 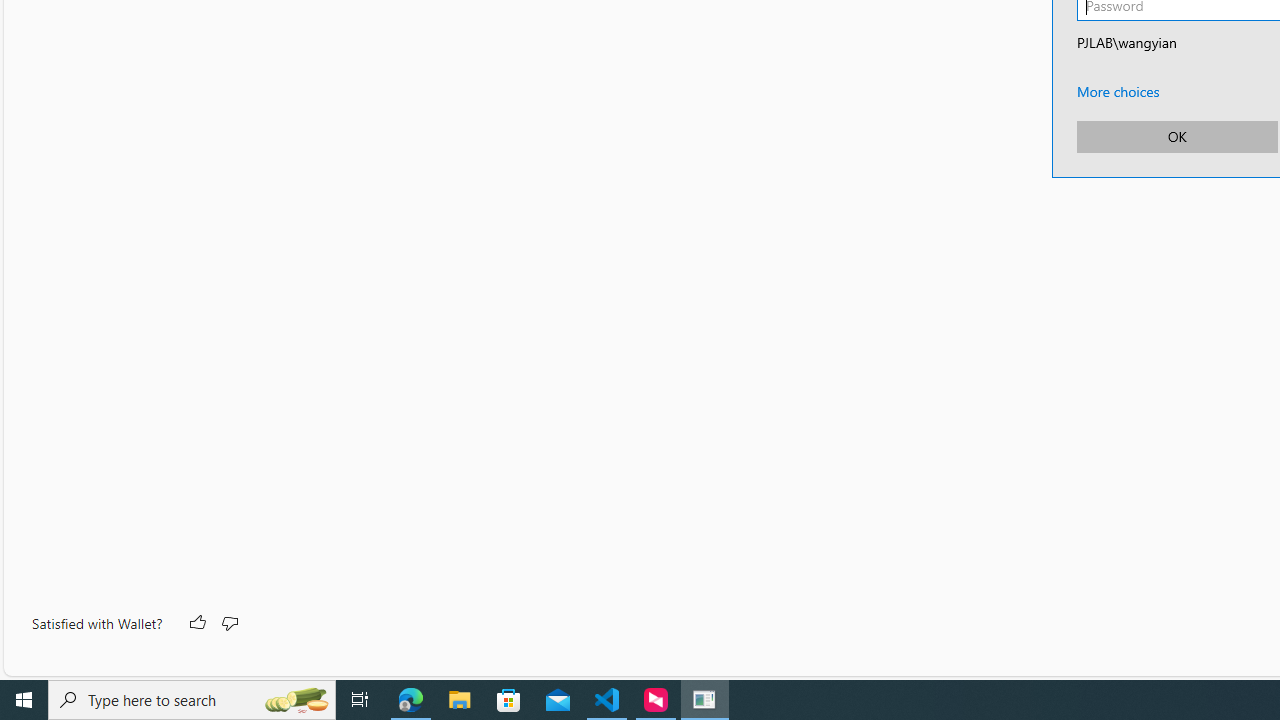 What do you see at coordinates (359, 698) in the screenshot?
I see `'Task View'` at bounding box center [359, 698].